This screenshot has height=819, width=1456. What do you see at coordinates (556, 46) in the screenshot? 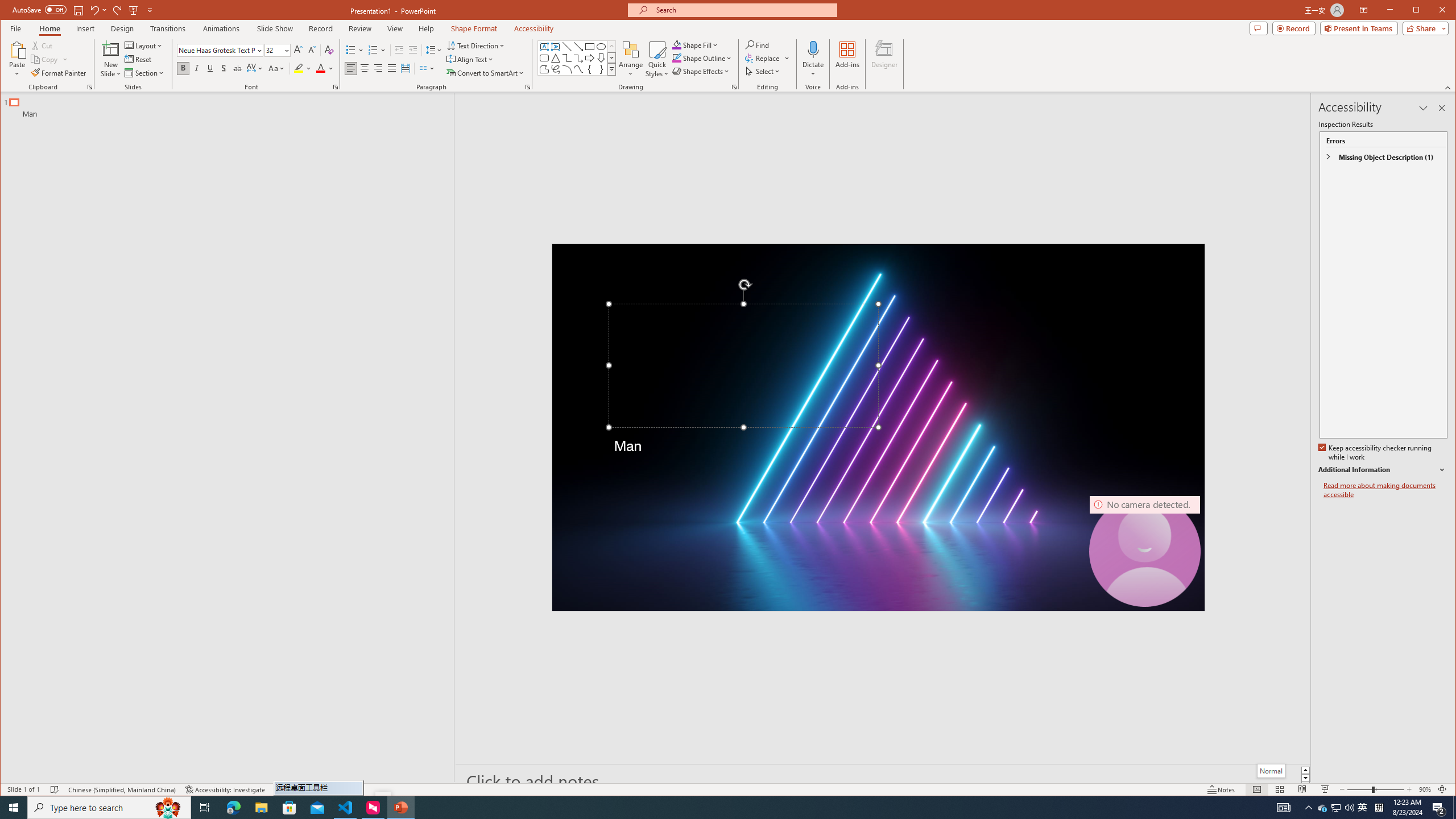
I see `'Vertical Text Box'` at bounding box center [556, 46].